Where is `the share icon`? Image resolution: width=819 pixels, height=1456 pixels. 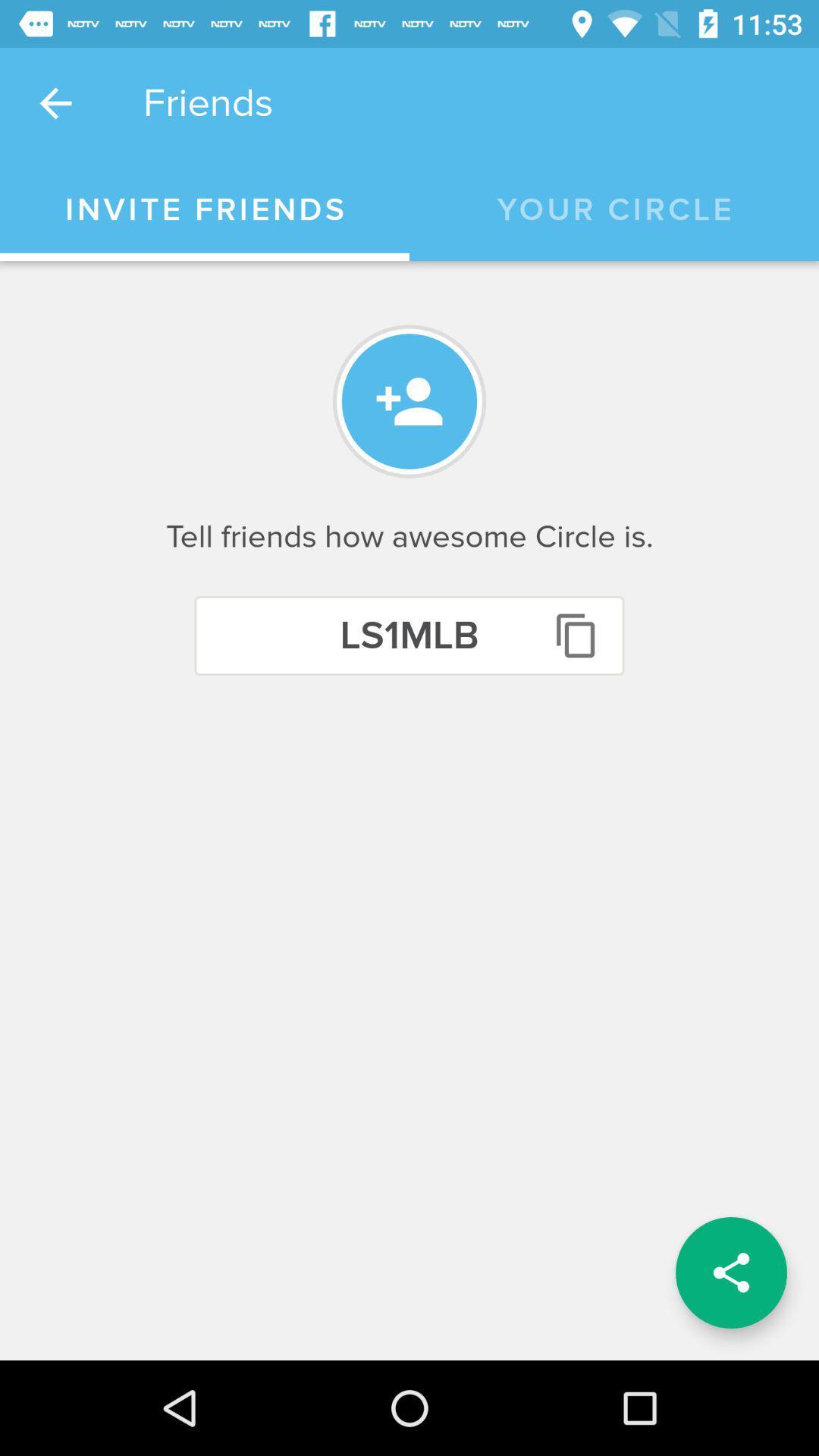
the share icon is located at coordinates (730, 1272).